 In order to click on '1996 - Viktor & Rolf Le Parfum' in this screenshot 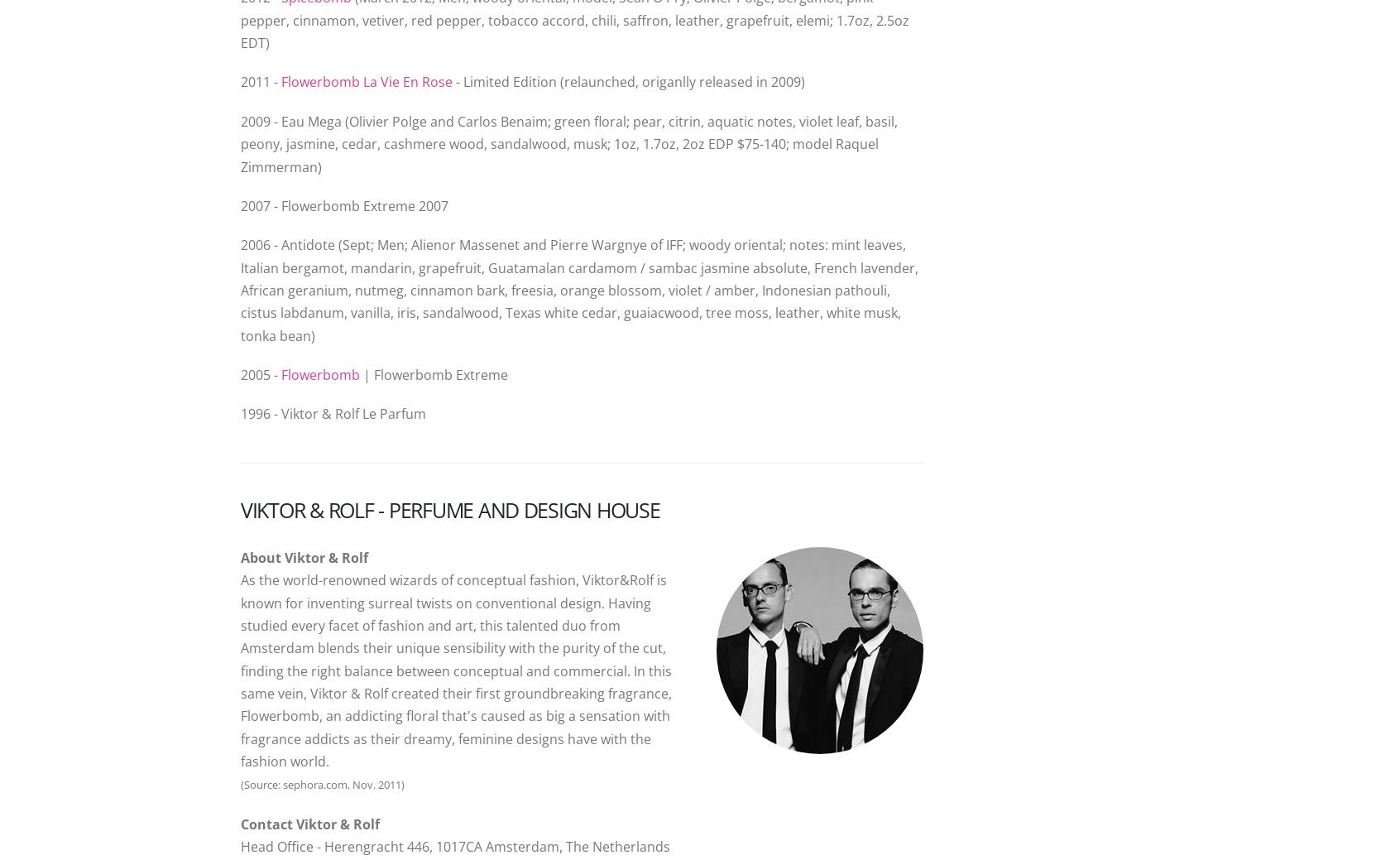, I will do `click(240, 412)`.